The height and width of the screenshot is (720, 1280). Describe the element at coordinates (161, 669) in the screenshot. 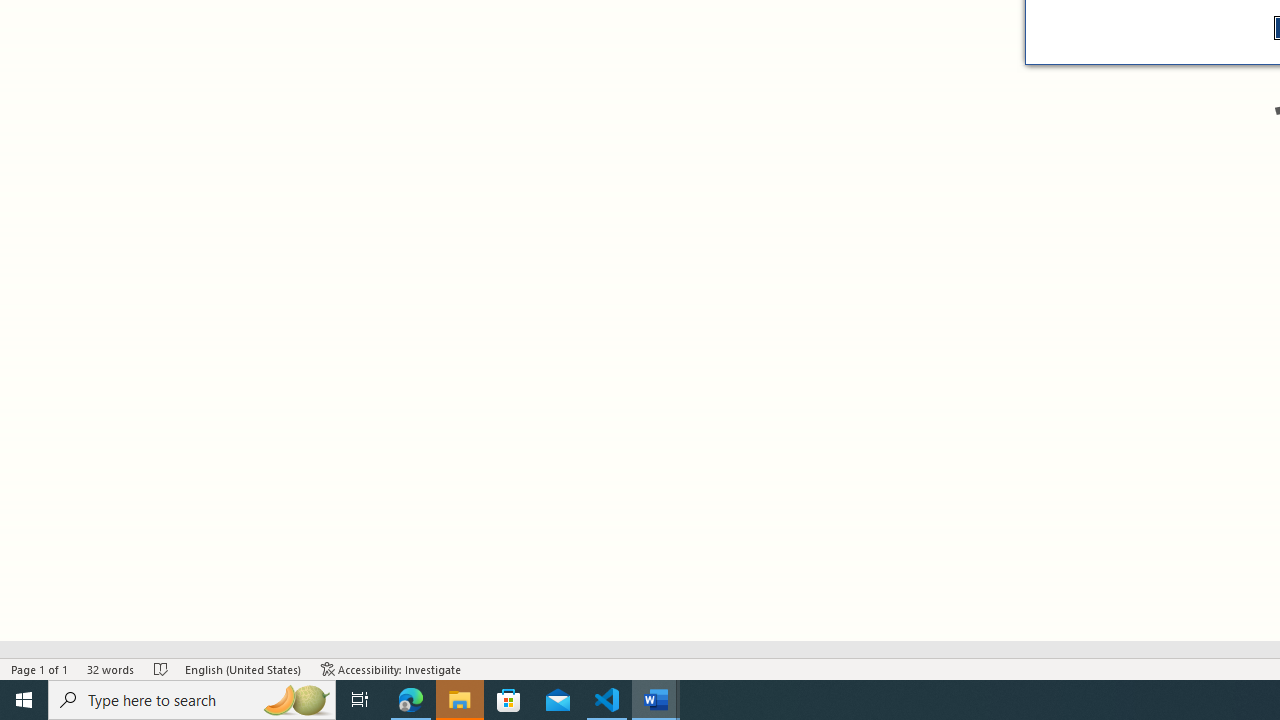

I see `'Spelling and Grammar Check No Errors'` at that location.